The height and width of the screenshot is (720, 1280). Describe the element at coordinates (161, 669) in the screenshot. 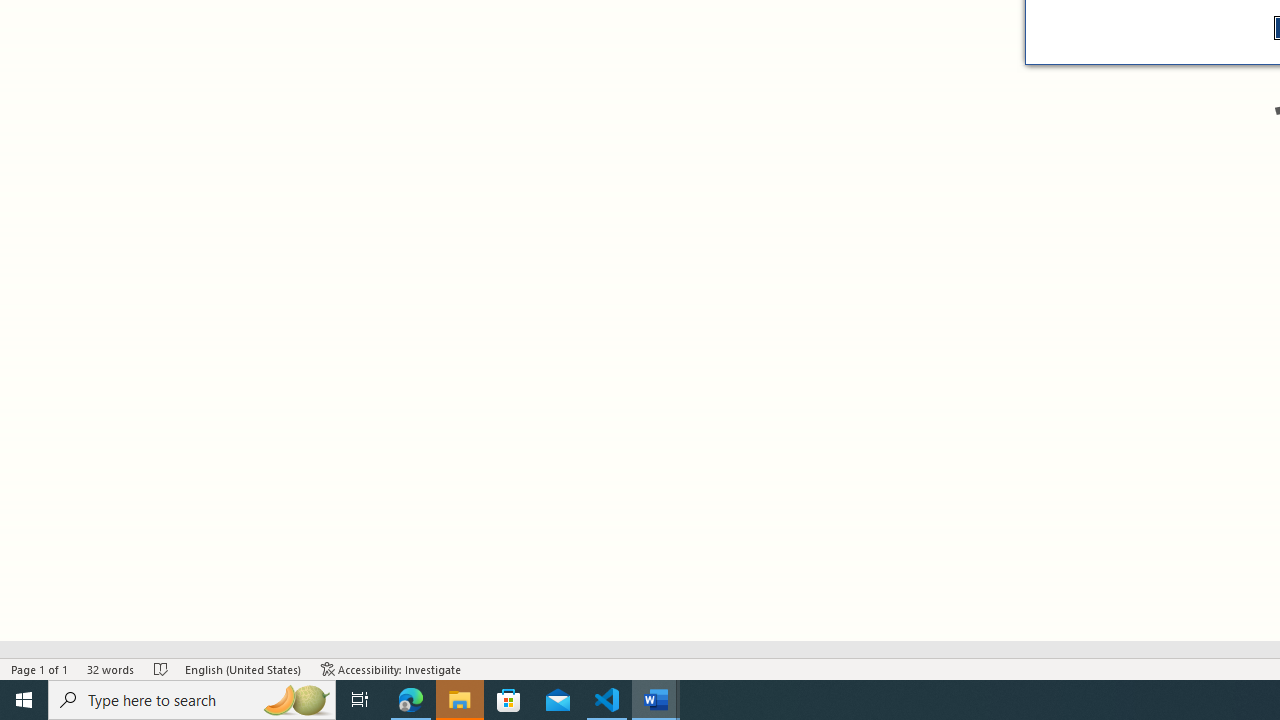

I see `'Spelling and Grammar Check No Errors'` at that location.